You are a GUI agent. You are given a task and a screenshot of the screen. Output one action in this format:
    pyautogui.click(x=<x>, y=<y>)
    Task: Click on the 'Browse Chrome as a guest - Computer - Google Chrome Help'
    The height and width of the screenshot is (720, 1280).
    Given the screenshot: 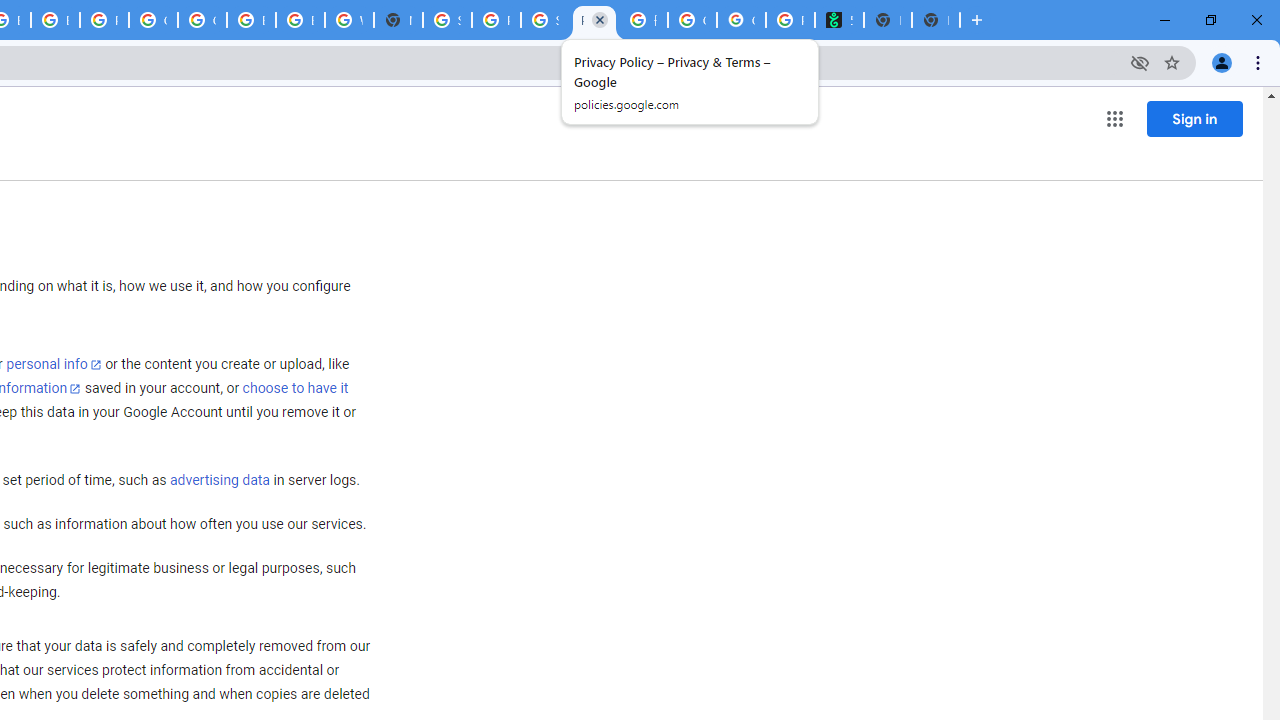 What is the action you would take?
    pyautogui.click(x=250, y=20)
    